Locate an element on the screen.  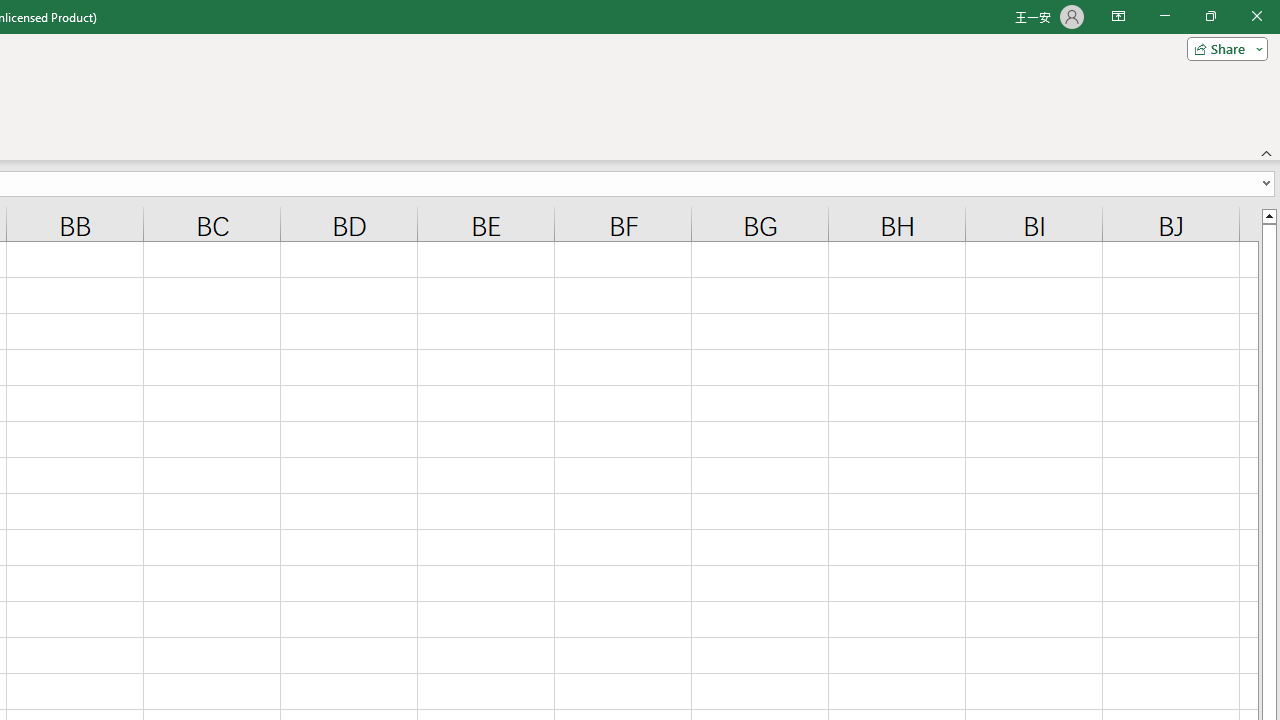
'Ribbon Display Options' is located at coordinates (1117, 16).